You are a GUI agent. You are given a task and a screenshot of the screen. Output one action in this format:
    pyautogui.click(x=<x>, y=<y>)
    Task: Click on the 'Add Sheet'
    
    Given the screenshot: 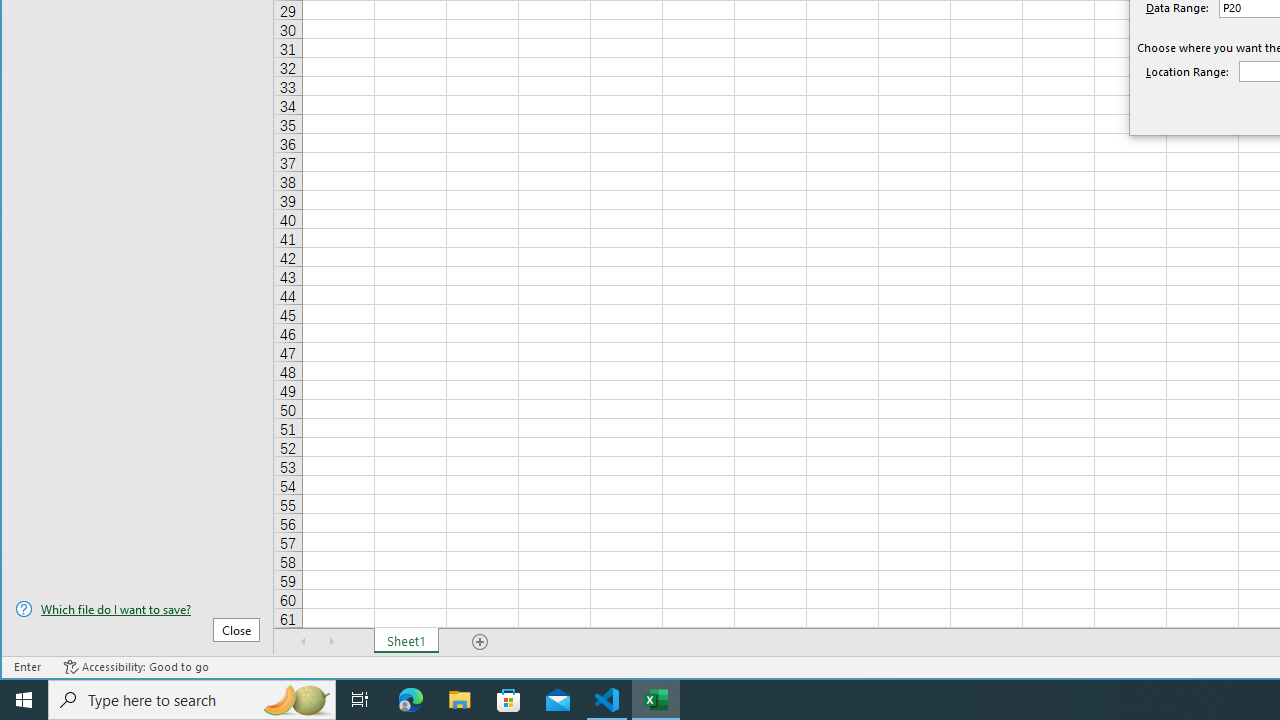 What is the action you would take?
    pyautogui.click(x=481, y=641)
    